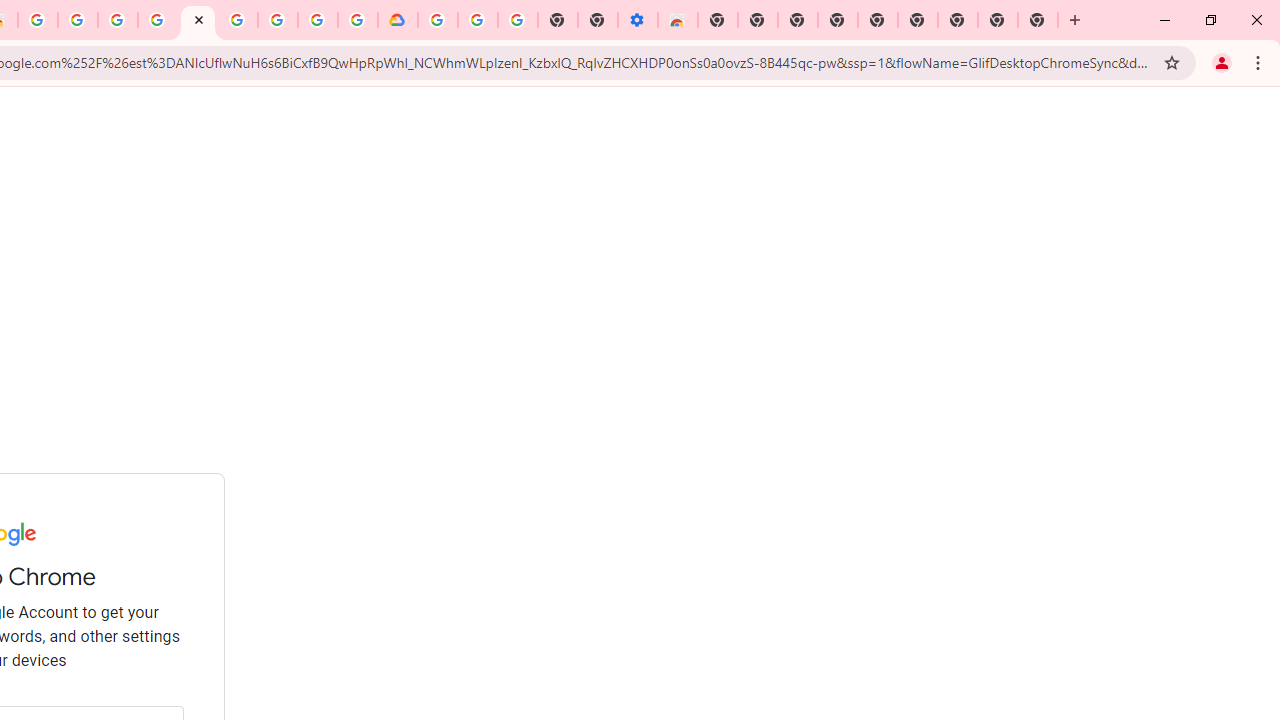 This screenshot has height=720, width=1280. I want to click on 'Sign in - Google Accounts', so click(197, 20).